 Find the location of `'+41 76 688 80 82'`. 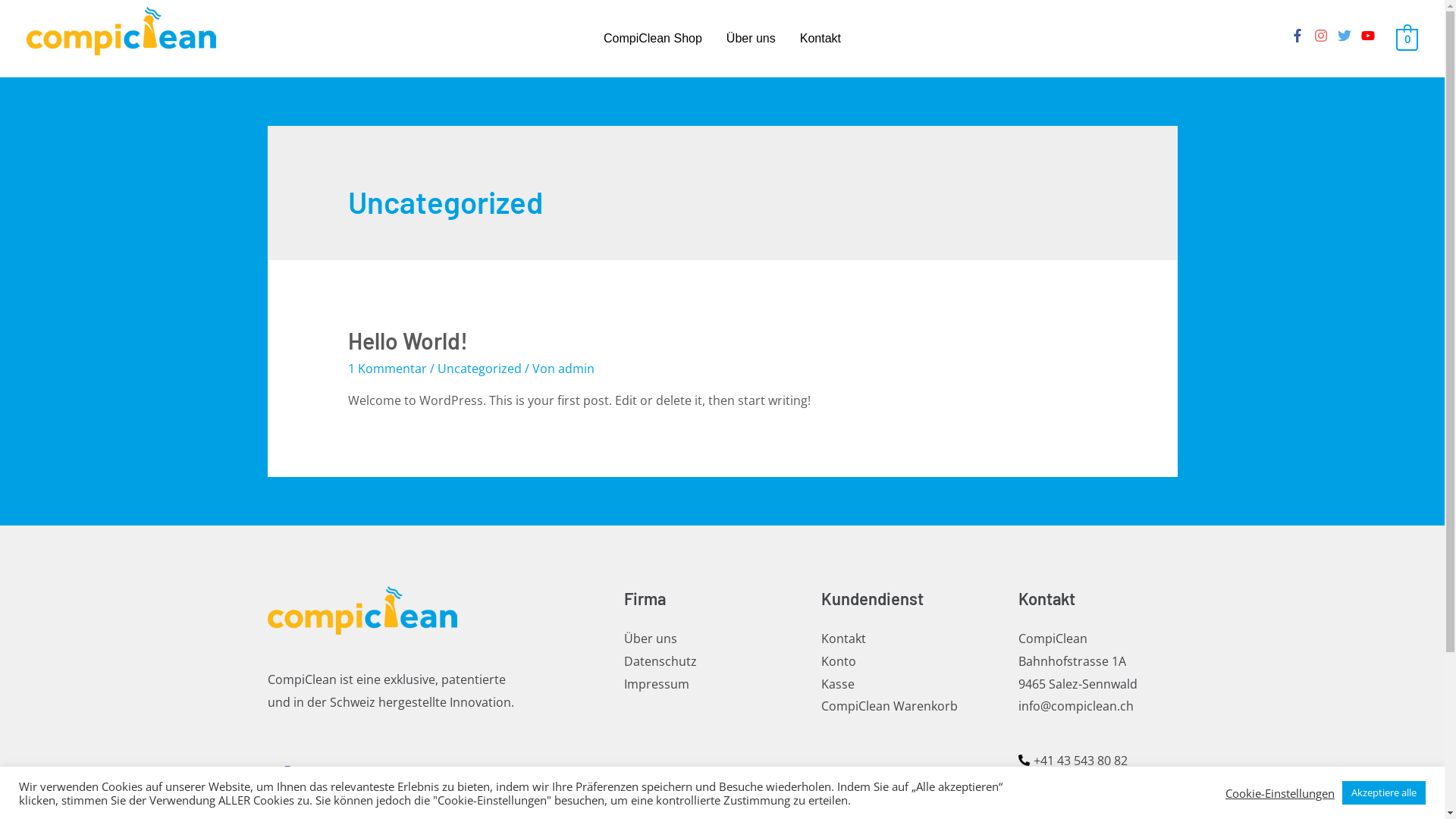

'+41 76 688 80 82' is located at coordinates (1072, 780).